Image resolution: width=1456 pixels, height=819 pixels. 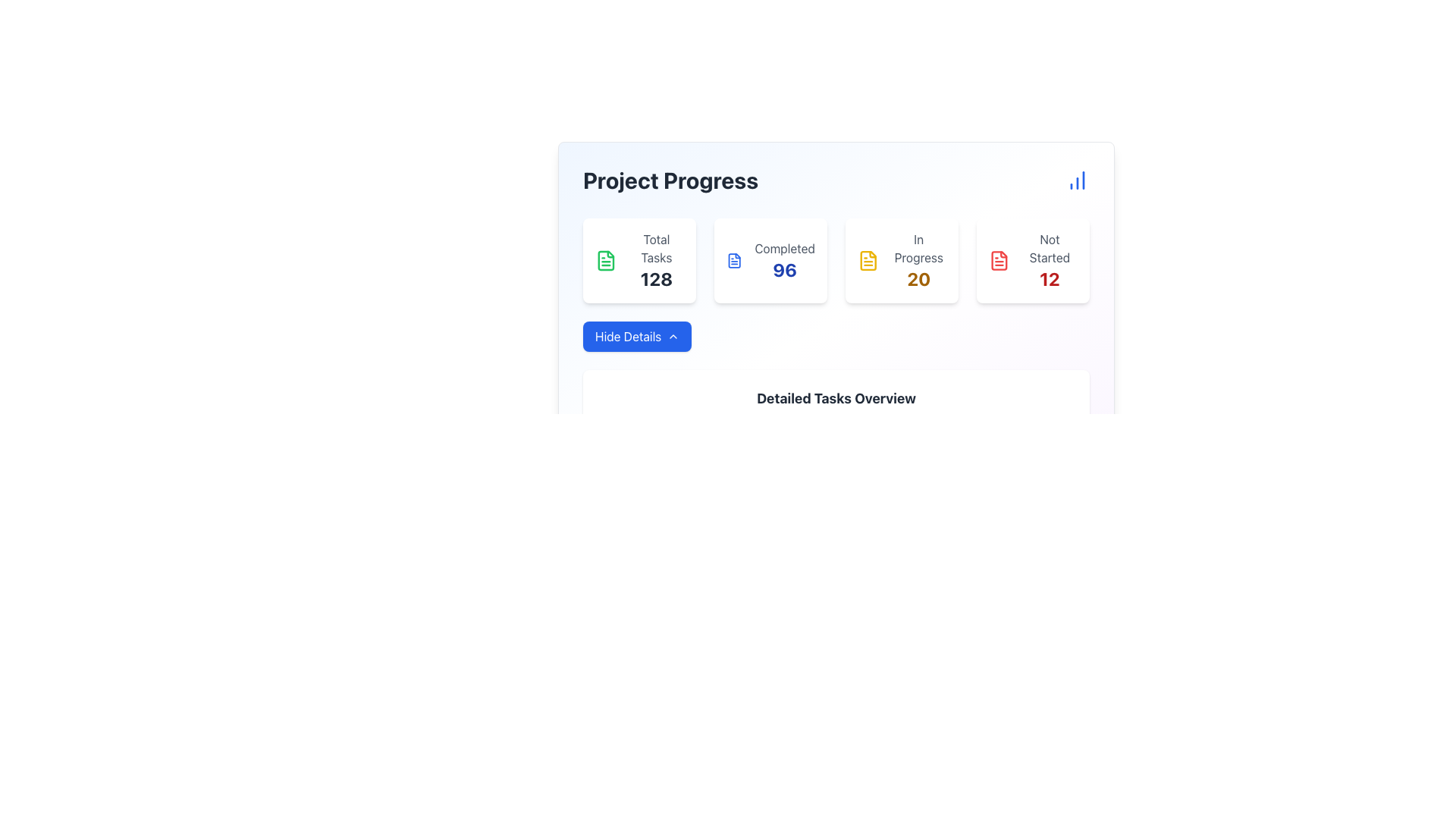 What do you see at coordinates (1076, 180) in the screenshot?
I see `the icon located at the far right end of the header area labeled 'Project Progress', which serves as a button for accessing detailed analytics or a chart view related to project progress` at bounding box center [1076, 180].